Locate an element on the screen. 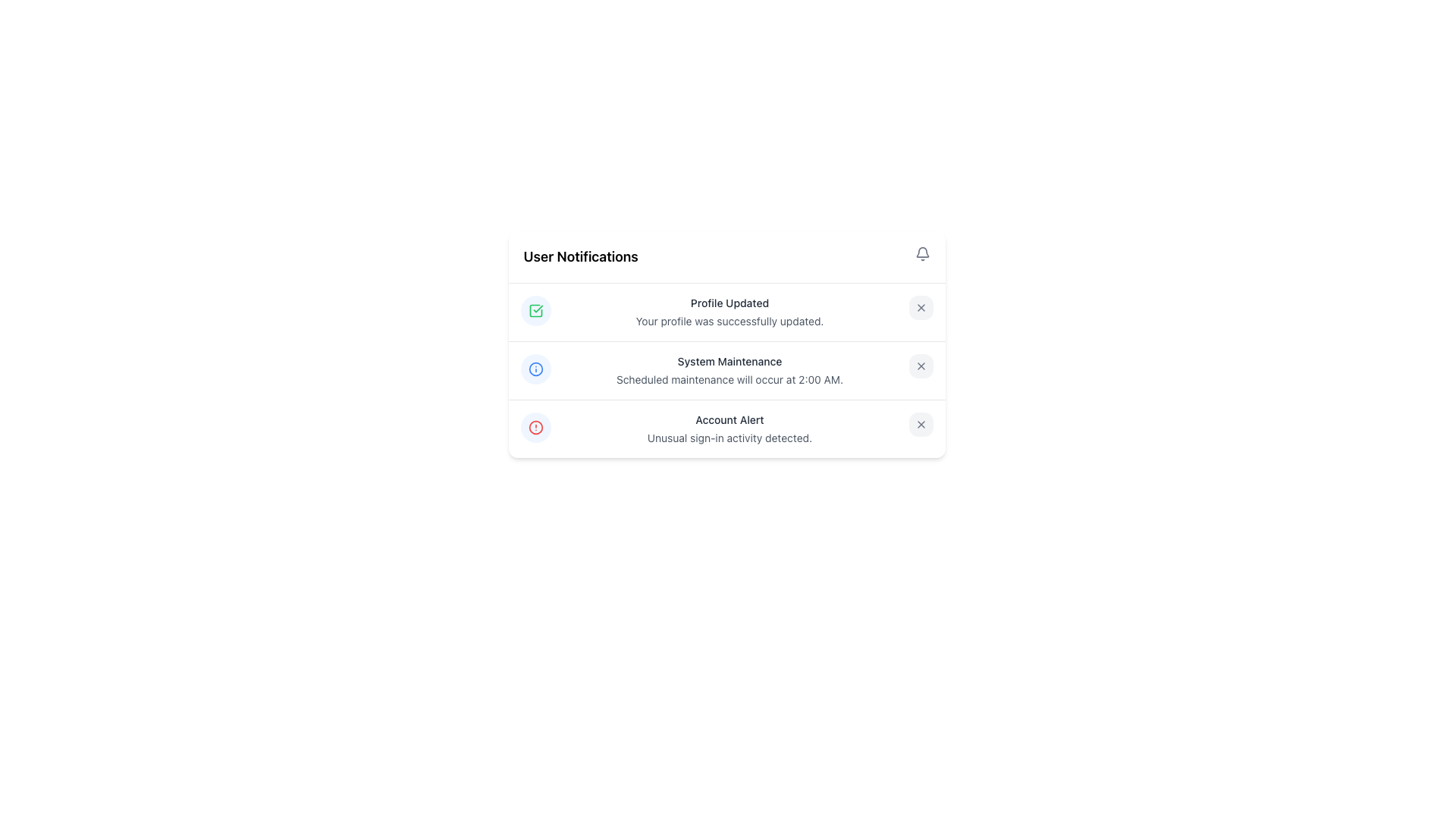 The width and height of the screenshot is (1456, 819). the circular icon with a light blue background and a red outlined alert icon located on the left side of the 'Account Alert' notification is located at coordinates (535, 427).